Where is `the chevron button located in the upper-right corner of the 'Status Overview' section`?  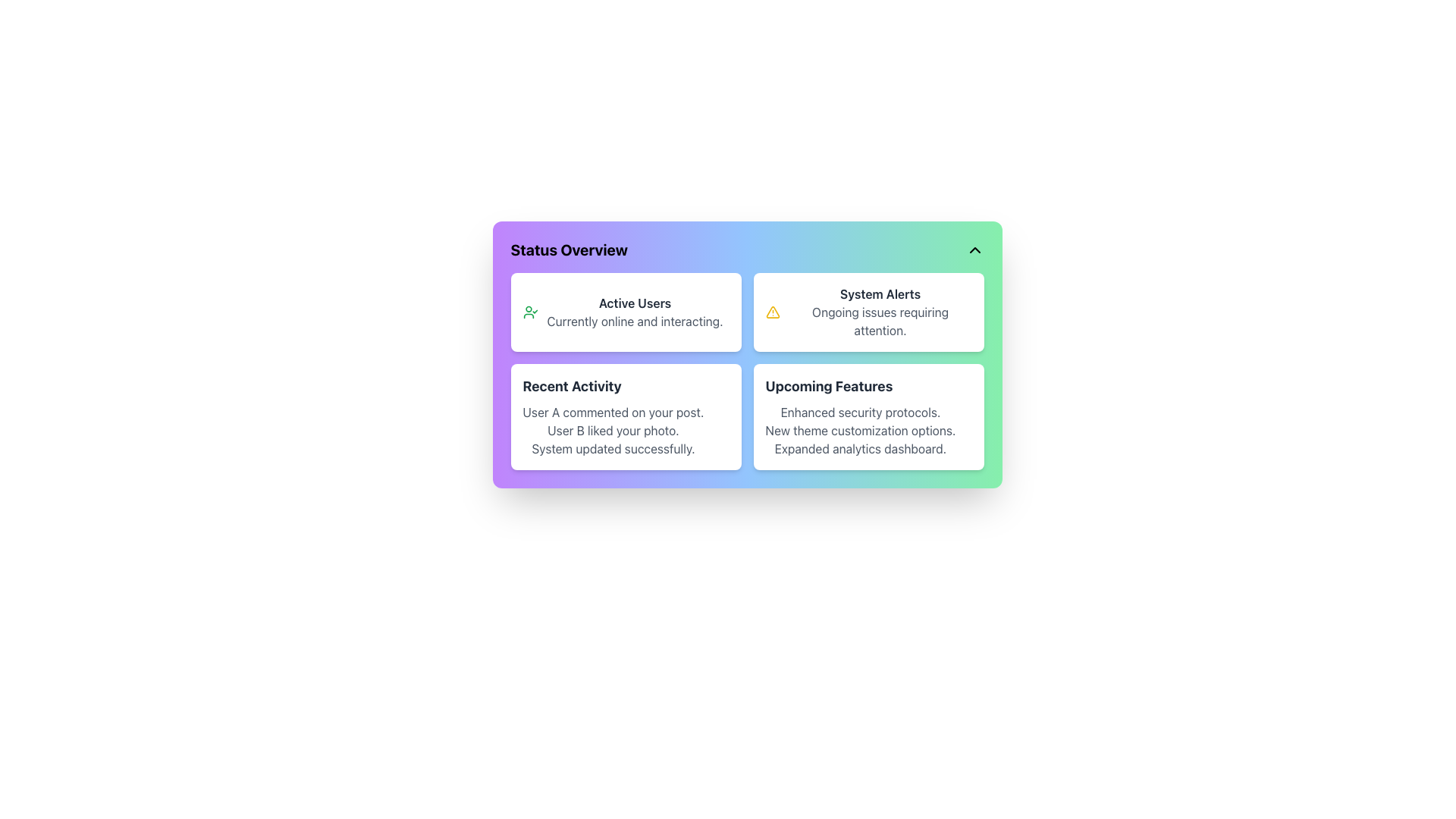 the chevron button located in the upper-right corner of the 'Status Overview' section is located at coordinates (974, 249).